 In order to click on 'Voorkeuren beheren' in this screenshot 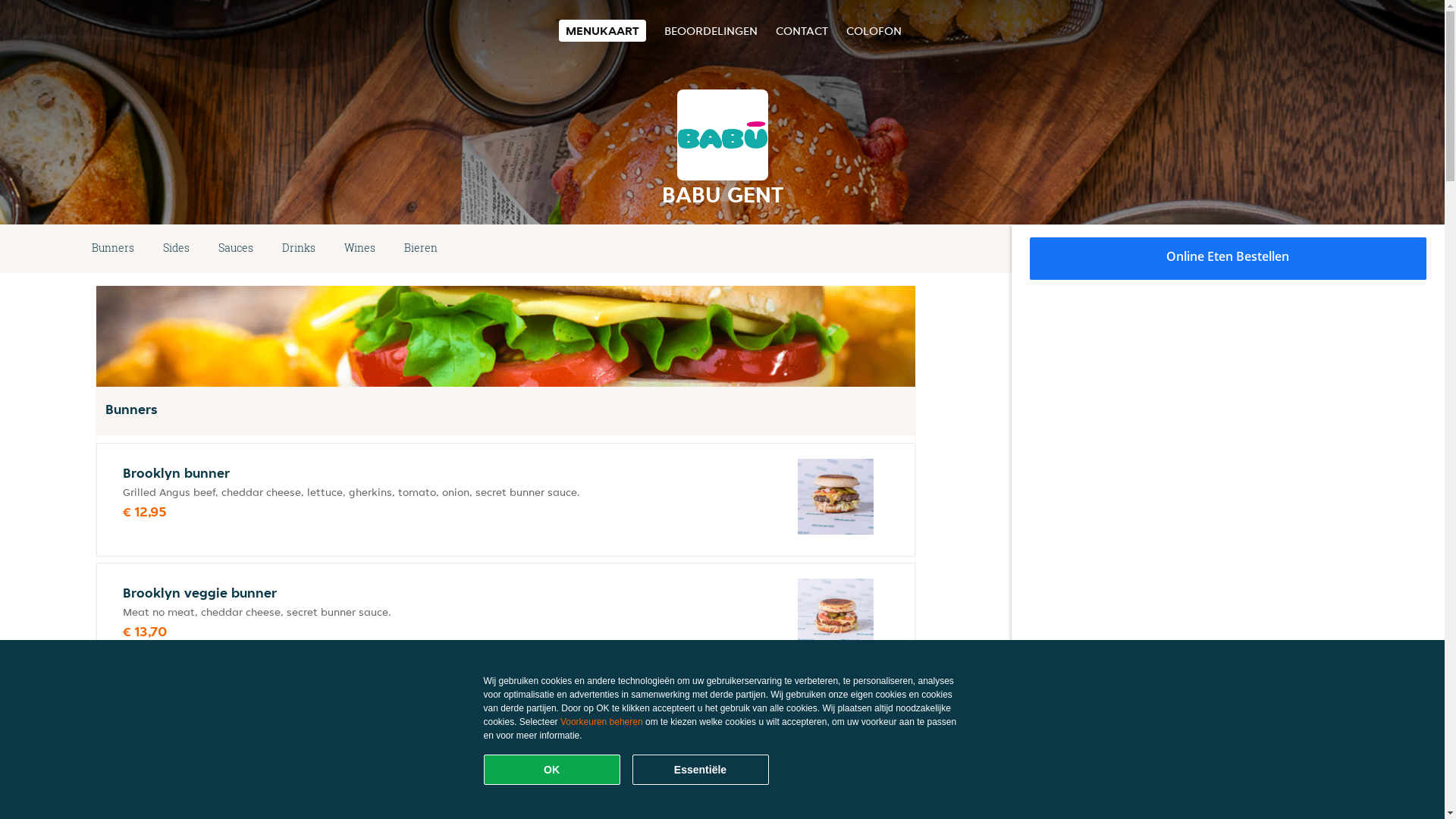, I will do `click(601, 721)`.